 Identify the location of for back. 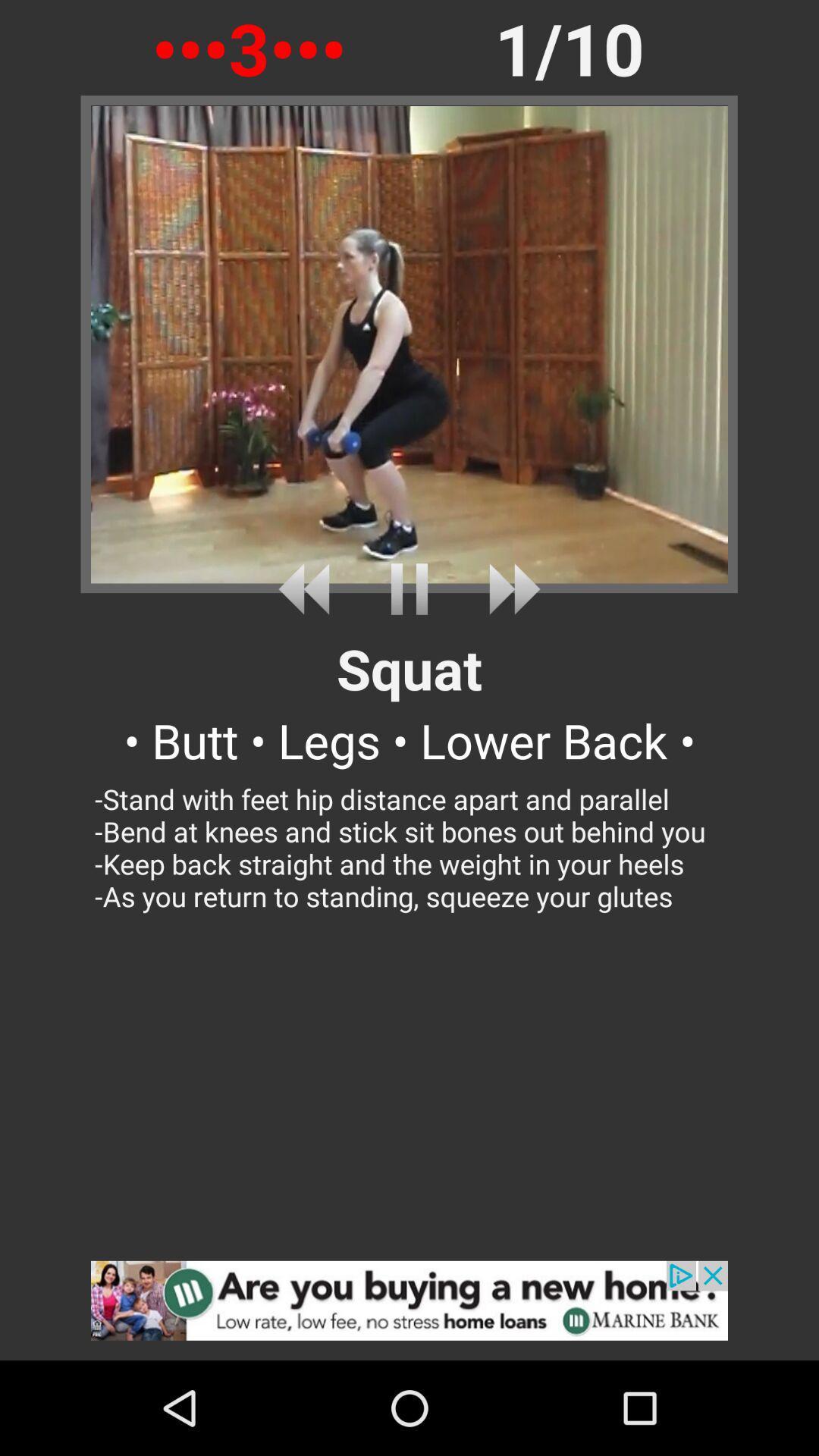
(309, 588).